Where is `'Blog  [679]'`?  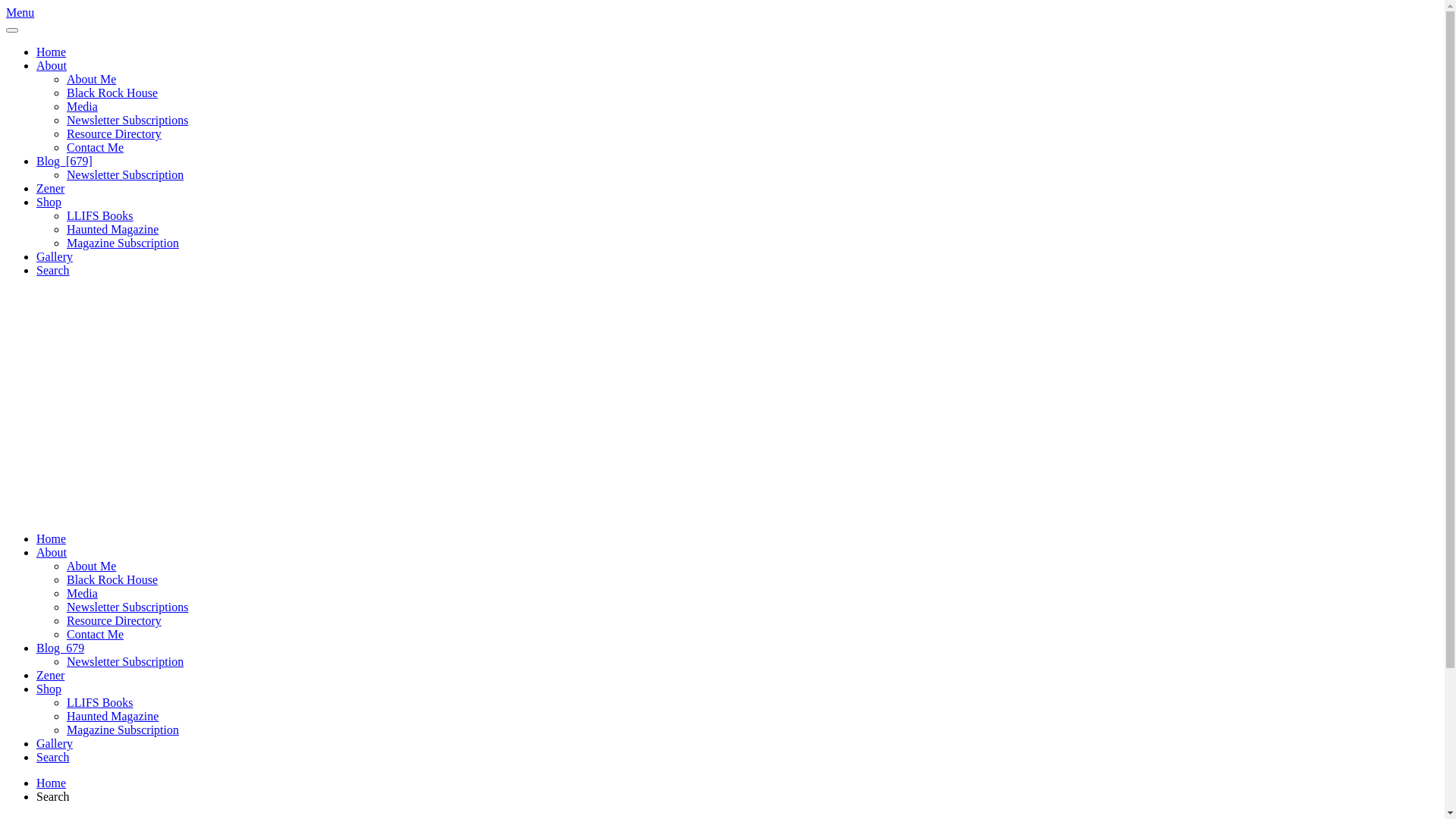
'Blog  [679]' is located at coordinates (64, 161).